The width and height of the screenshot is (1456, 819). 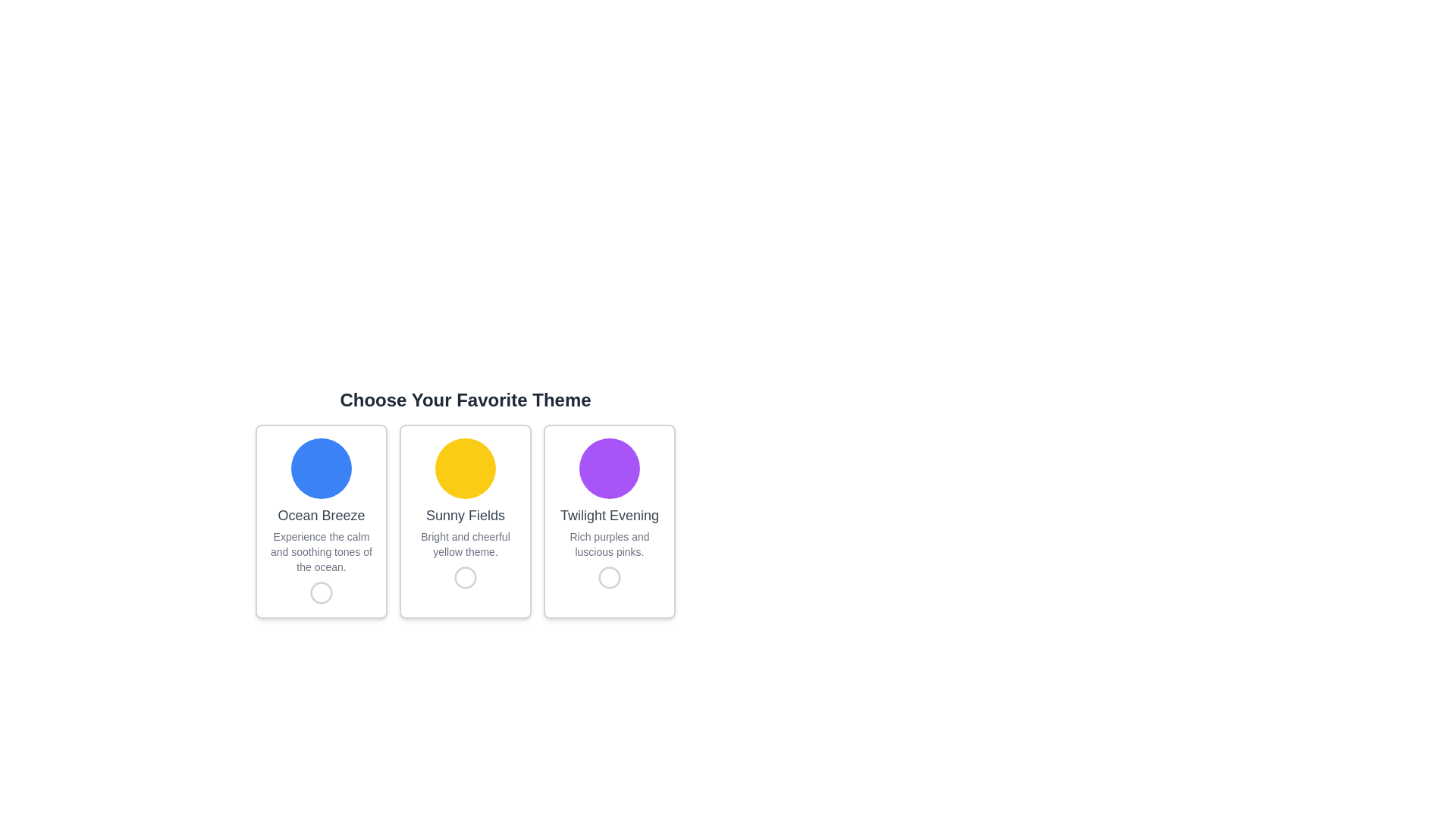 I want to click on the circular, yellow 'Sunny Fields' decorative UI component, which is centrally located above the textual description and labels, so click(x=465, y=467).